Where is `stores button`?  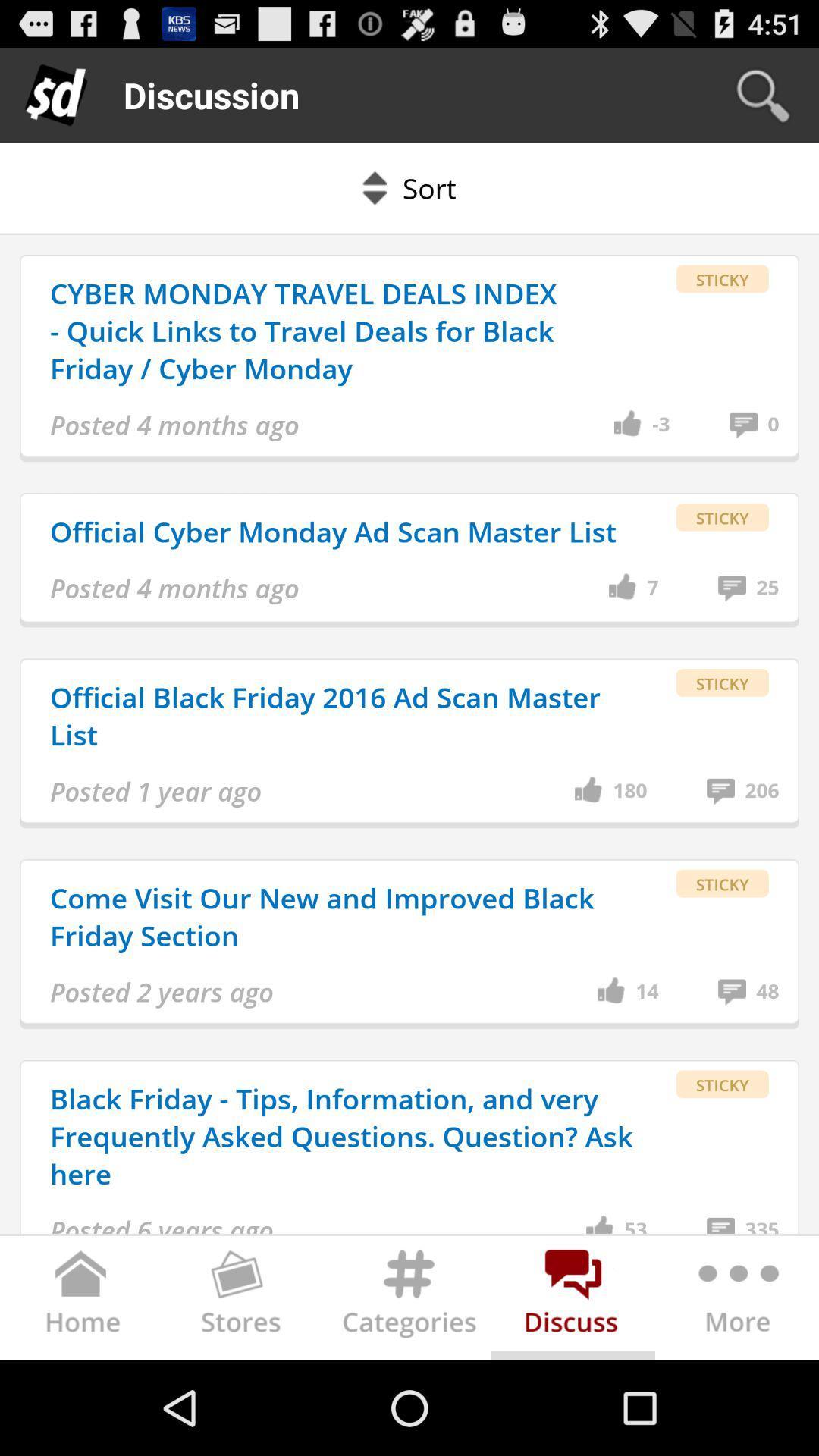
stores button is located at coordinates (245, 1301).